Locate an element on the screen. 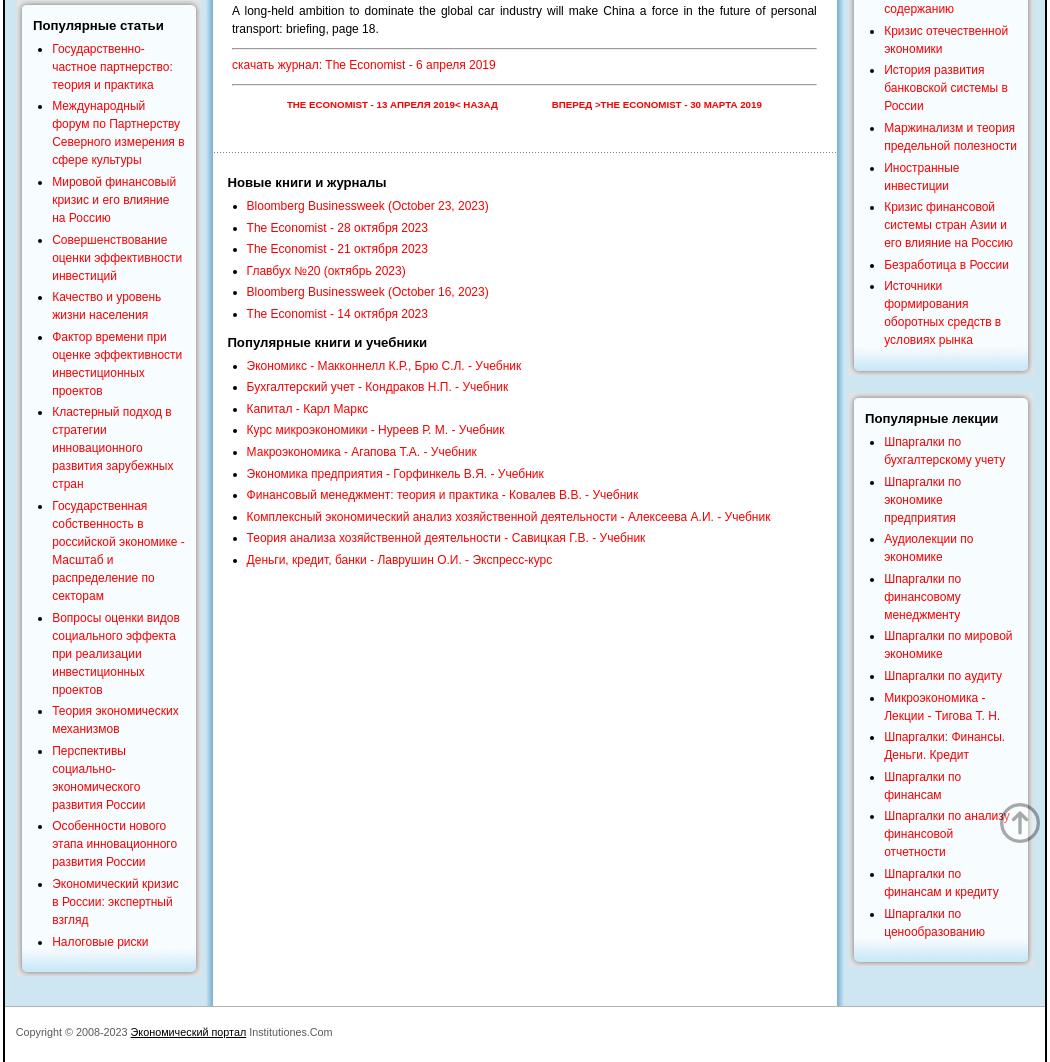 This screenshot has height=1062, width=1050. 'Bloomberg Businessweek (October 16, 2023)' is located at coordinates (365, 291).